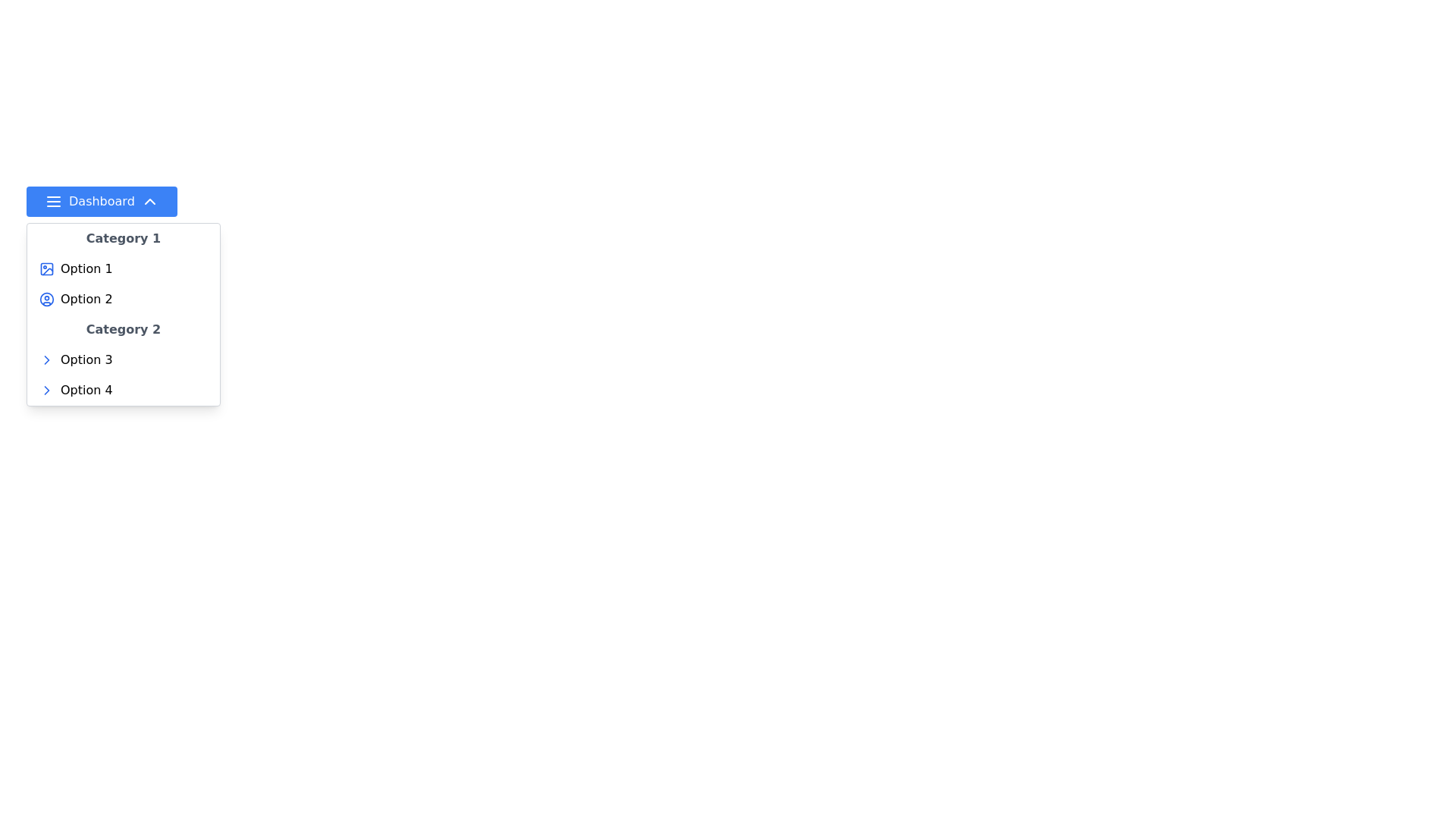 The width and height of the screenshot is (1456, 819). Describe the element at coordinates (47, 299) in the screenshot. I see `the icon representing 'Option 2', located to the left of the text 'Option 2' in the second option under 'Category 1' in the dropdown menu` at that location.